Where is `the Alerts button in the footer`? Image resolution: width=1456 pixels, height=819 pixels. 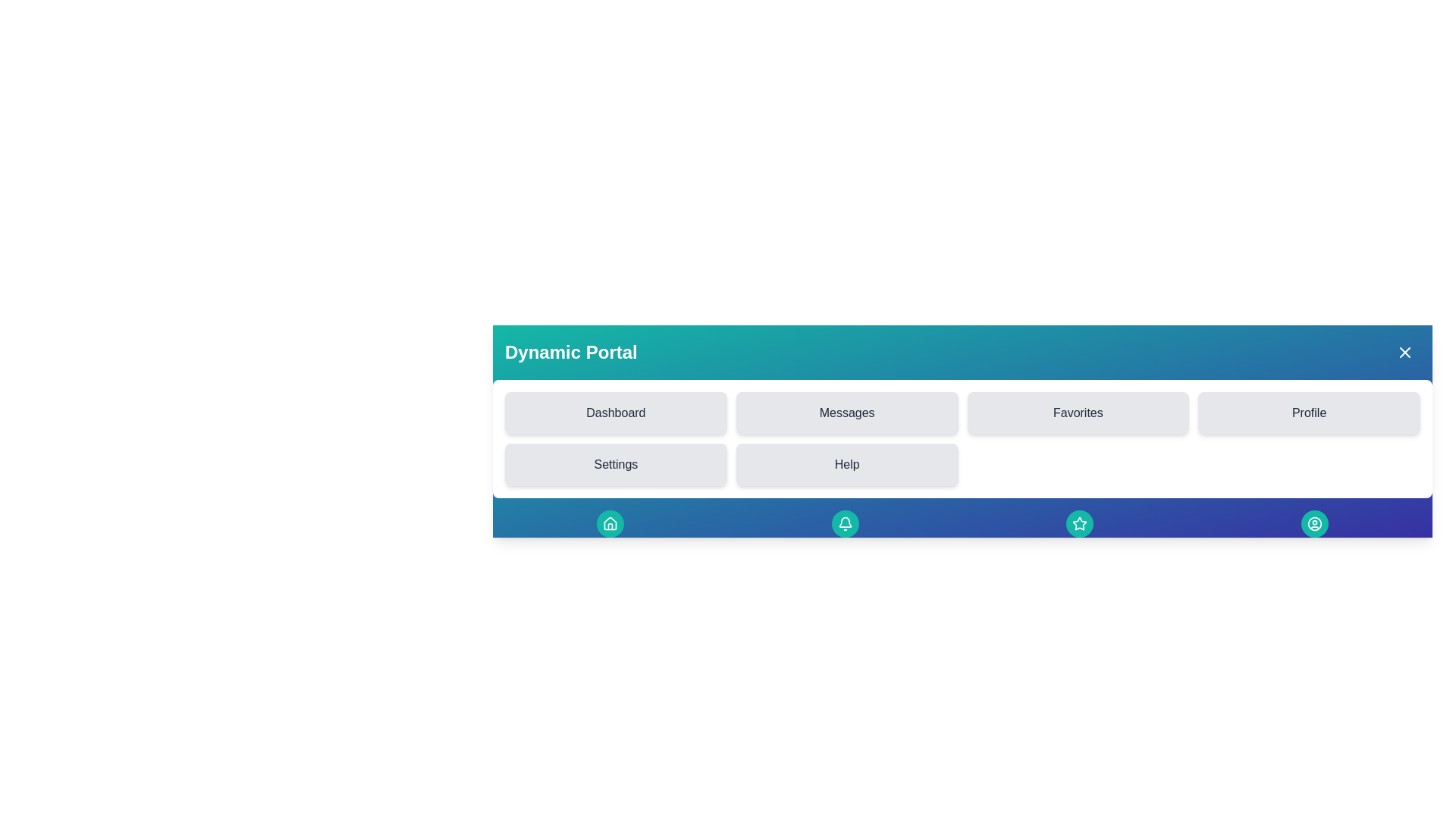
the Alerts button in the footer is located at coordinates (844, 522).